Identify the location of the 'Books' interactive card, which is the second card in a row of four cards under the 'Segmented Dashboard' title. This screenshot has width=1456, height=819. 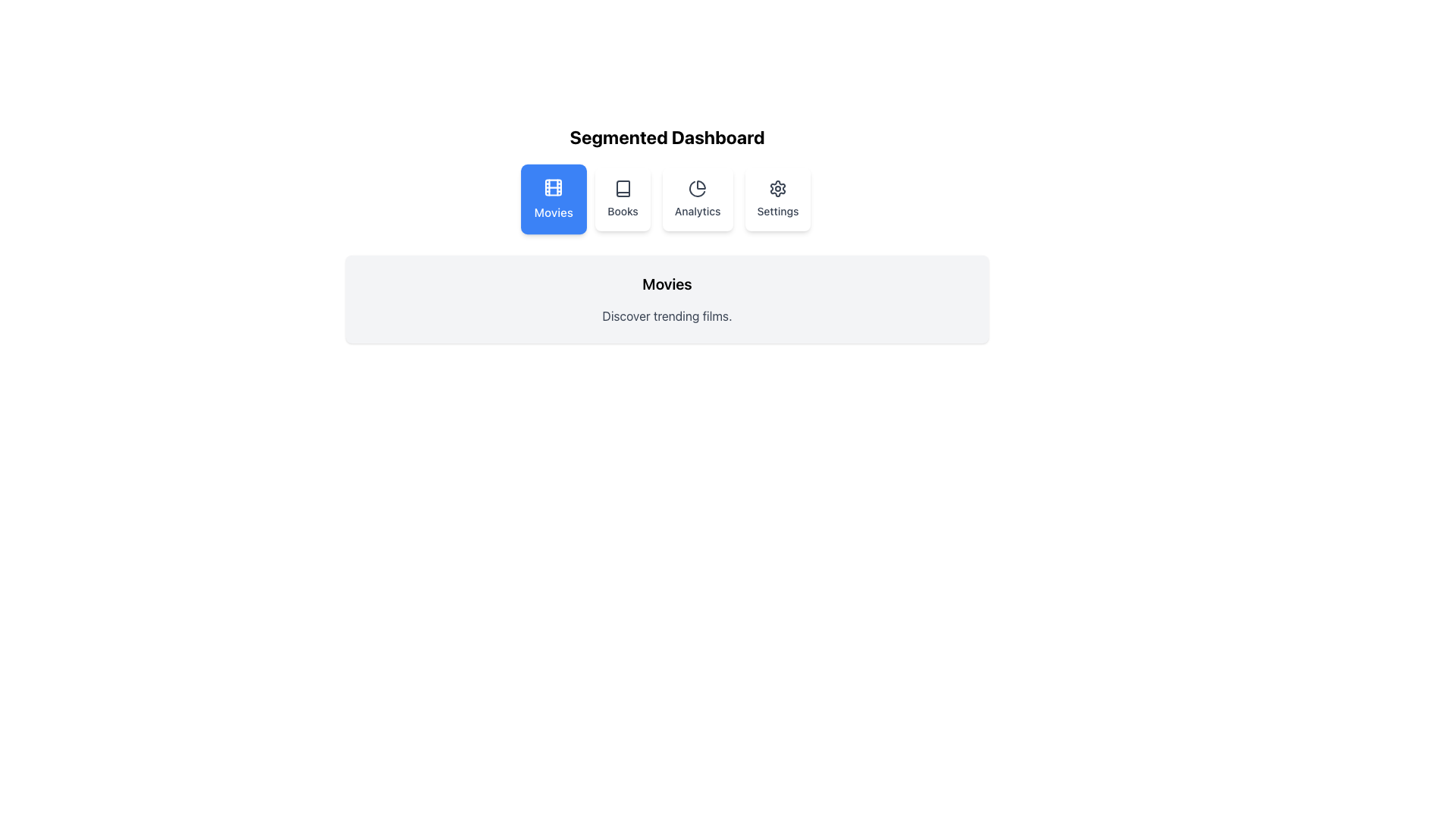
(623, 198).